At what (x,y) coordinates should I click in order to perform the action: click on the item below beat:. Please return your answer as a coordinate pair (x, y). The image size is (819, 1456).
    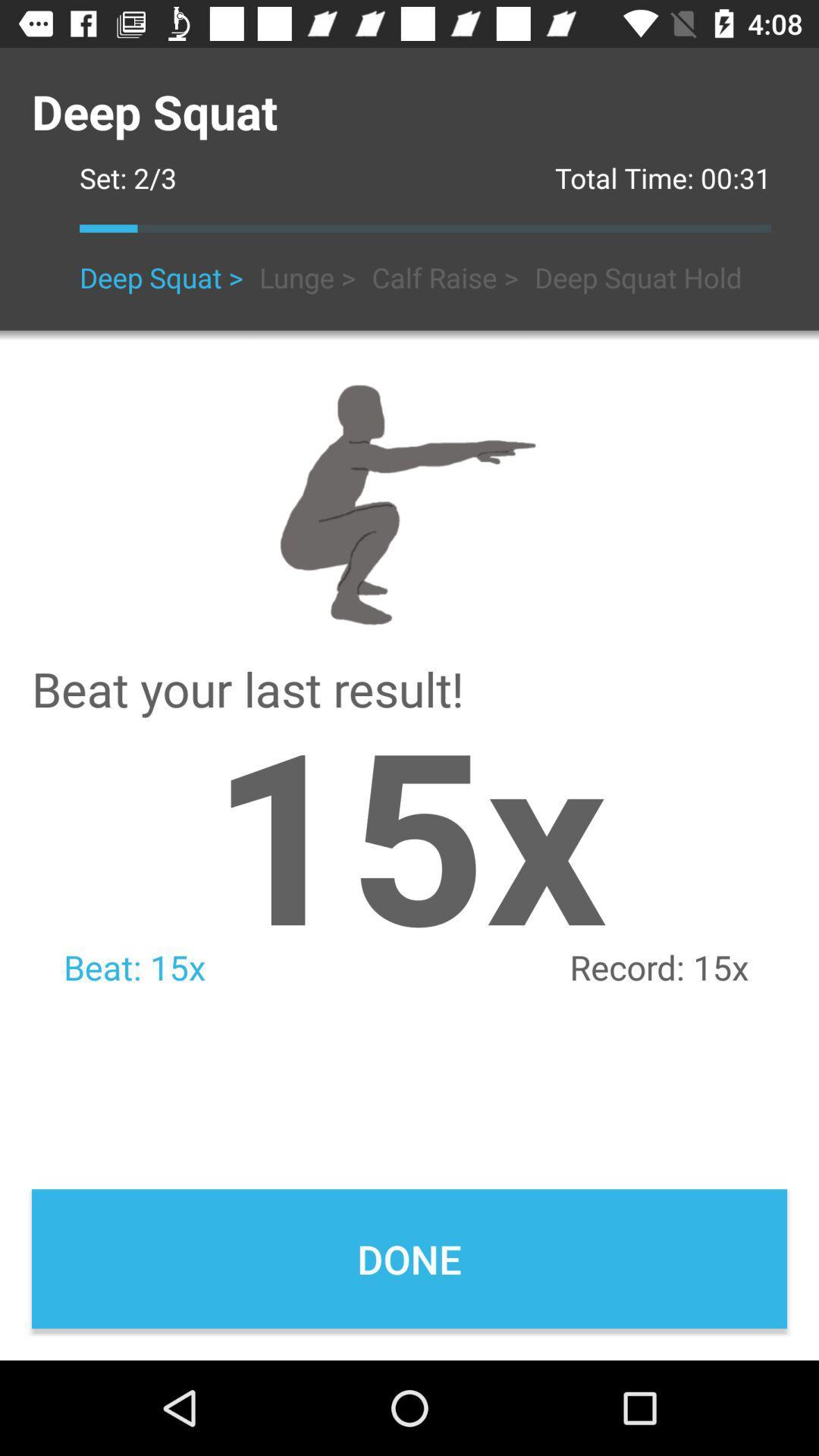
    Looking at the image, I should click on (409, 1259).